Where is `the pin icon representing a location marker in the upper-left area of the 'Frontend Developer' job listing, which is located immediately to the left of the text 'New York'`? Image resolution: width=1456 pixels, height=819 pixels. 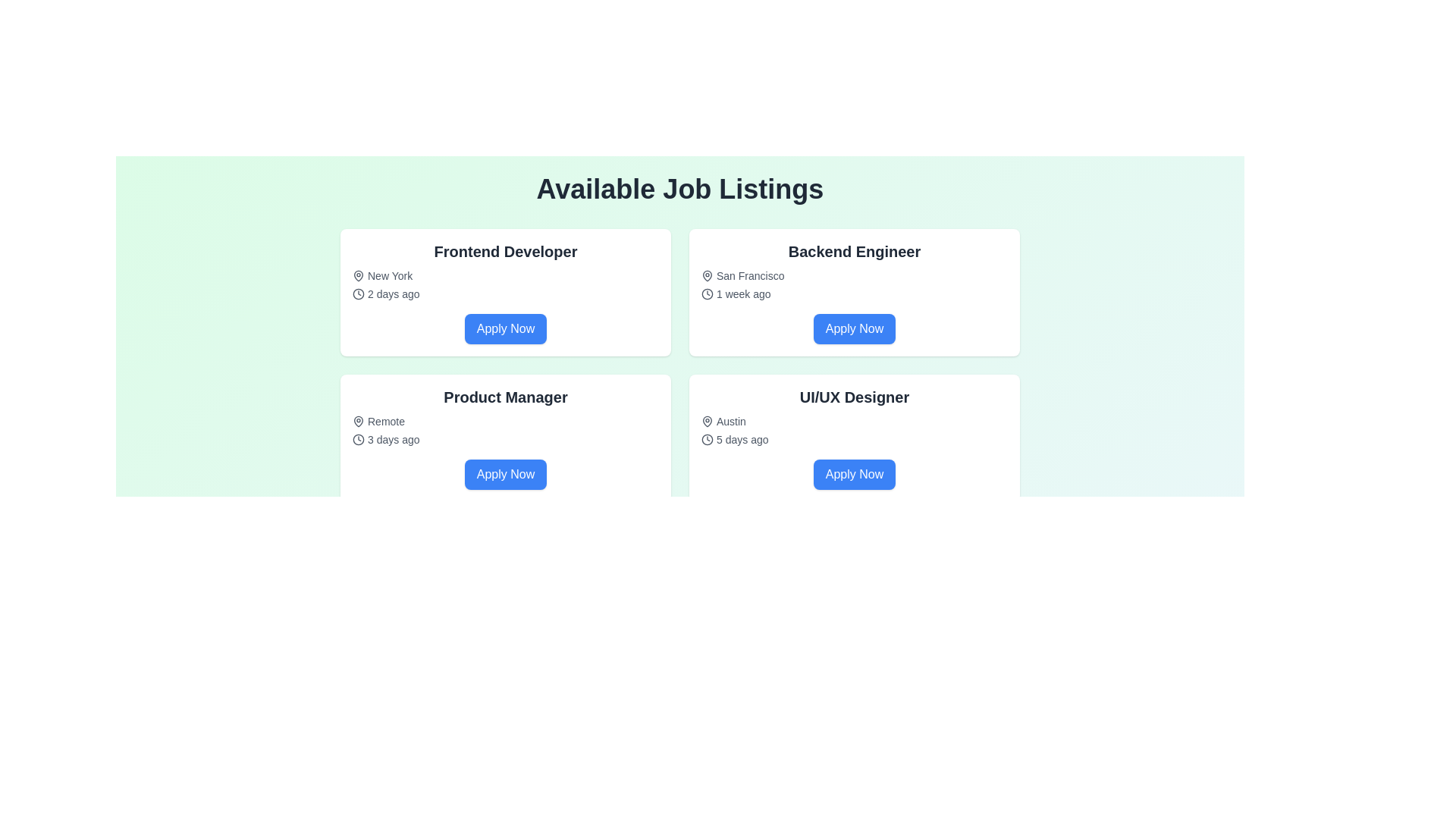
the pin icon representing a location marker in the upper-left area of the 'Frontend Developer' job listing, which is located immediately to the left of the text 'New York' is located at coordinates (358, 275).